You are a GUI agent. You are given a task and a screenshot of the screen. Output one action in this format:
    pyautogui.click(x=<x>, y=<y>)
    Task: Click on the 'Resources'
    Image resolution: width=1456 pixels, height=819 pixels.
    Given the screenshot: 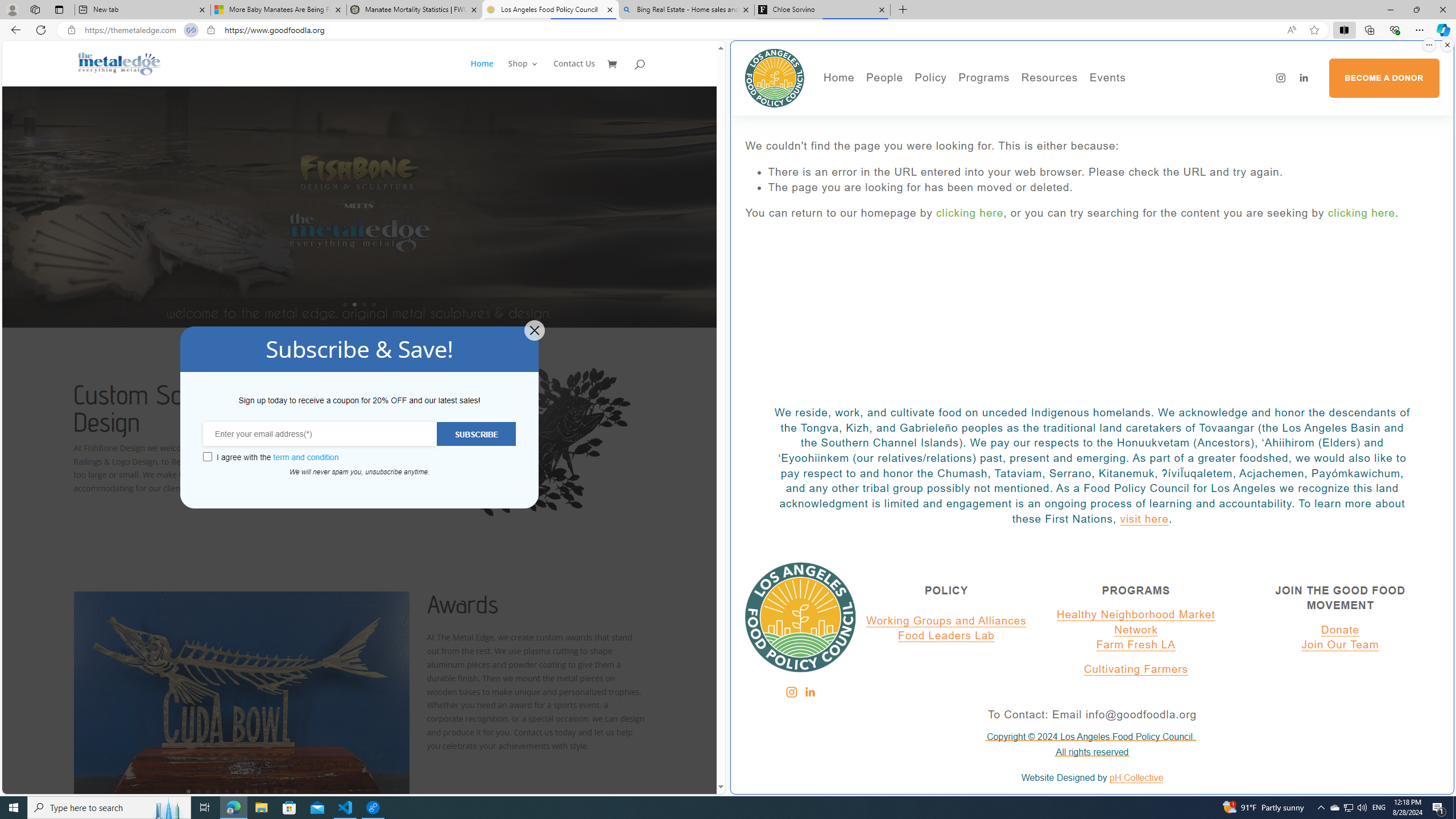 What is the action you would take?
    pyautogui.click(x=1049, y=78)
    